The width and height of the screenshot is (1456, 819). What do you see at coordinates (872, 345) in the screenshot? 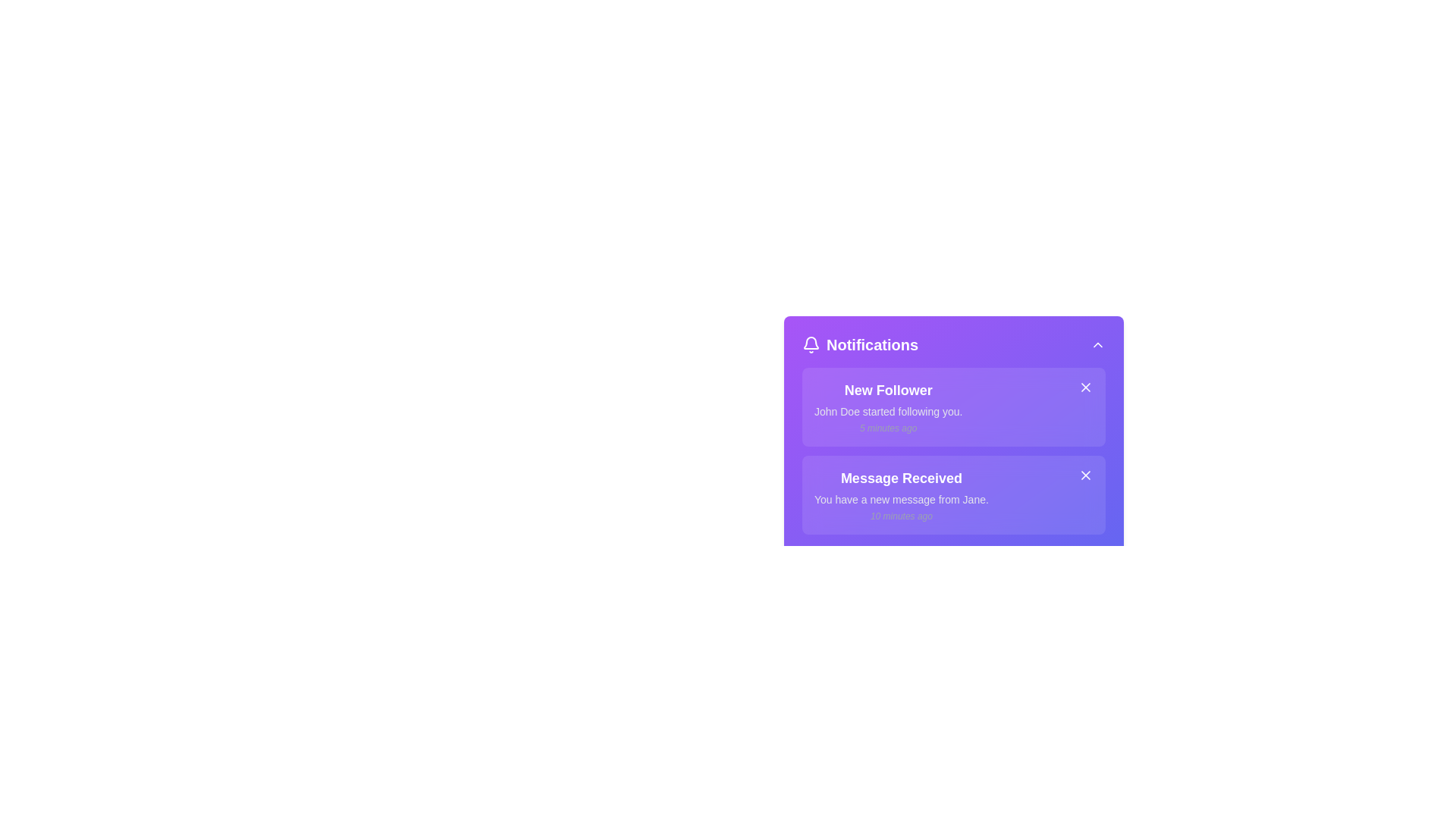
I see `text content of the title label located in the top-left corner of the notification panel, right next to the bell-shaped icon` at bounding box center [872, 345].